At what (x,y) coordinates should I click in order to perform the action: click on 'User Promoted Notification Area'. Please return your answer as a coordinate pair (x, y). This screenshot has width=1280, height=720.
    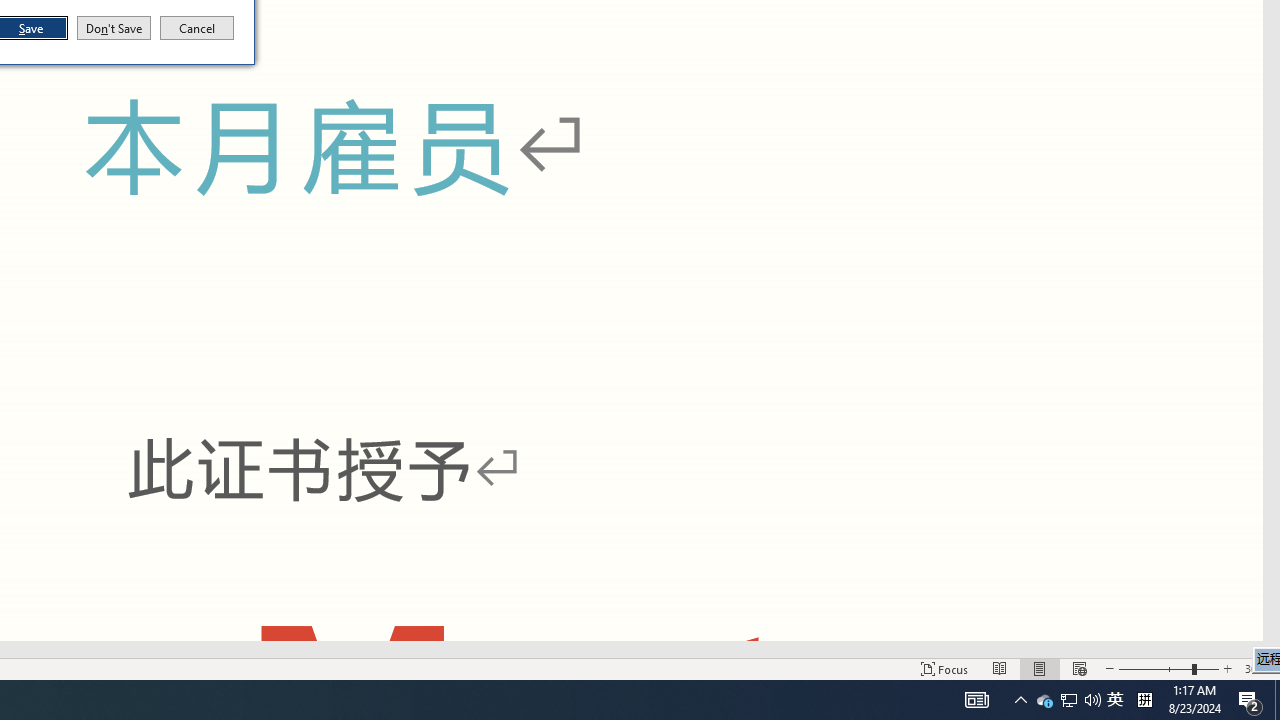
    Looking at the image, I should click on (1067, 698).